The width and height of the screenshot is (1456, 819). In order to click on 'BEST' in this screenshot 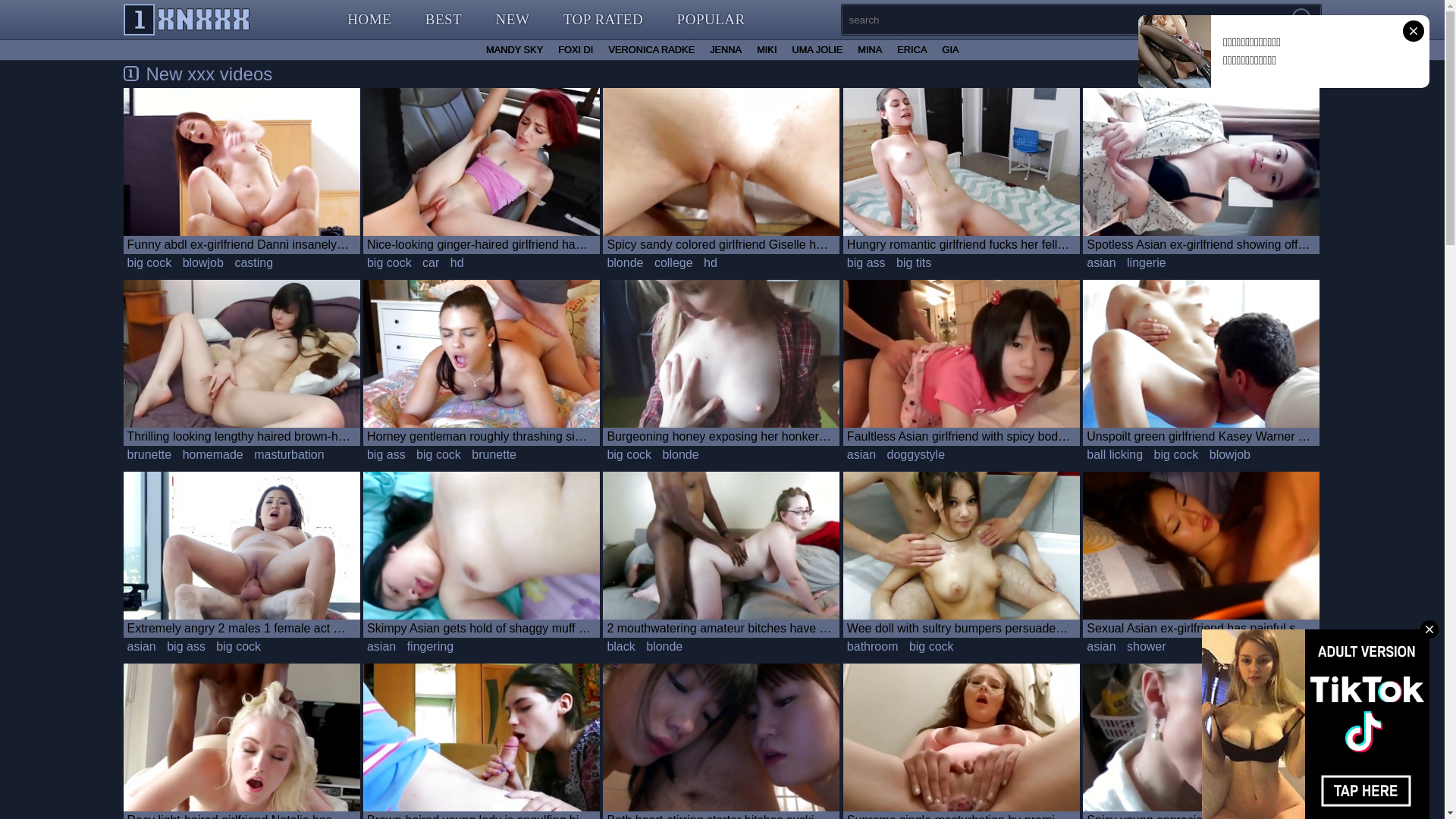, I will do `click(443, 20)`.